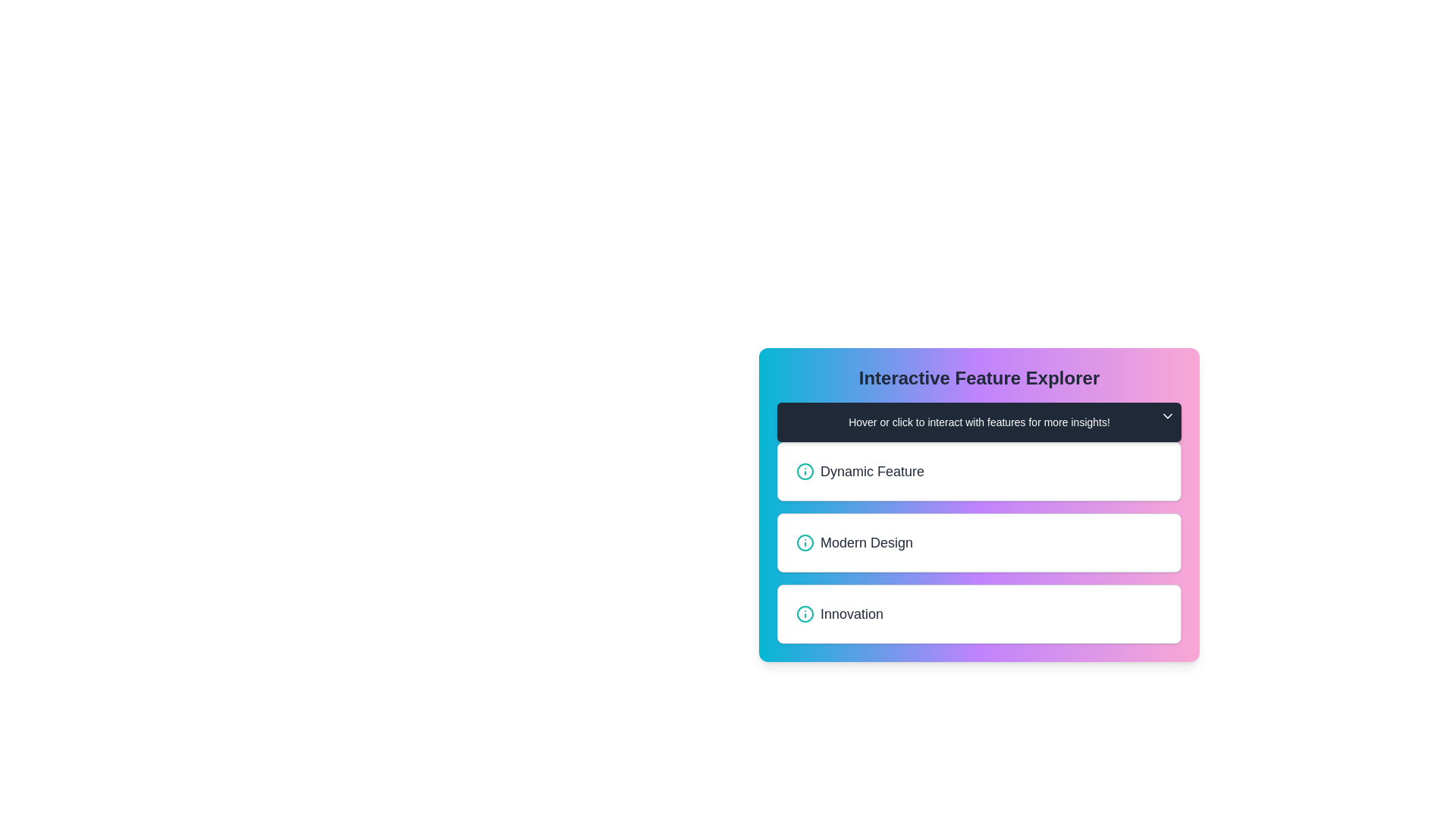 Image resolution: width=1456 pixels, height=819 pixels. What do you see at coordinates (979, 542) in the screenshot?
I see `the 'Modern Design' informational card` at bounding box center [979, 542].